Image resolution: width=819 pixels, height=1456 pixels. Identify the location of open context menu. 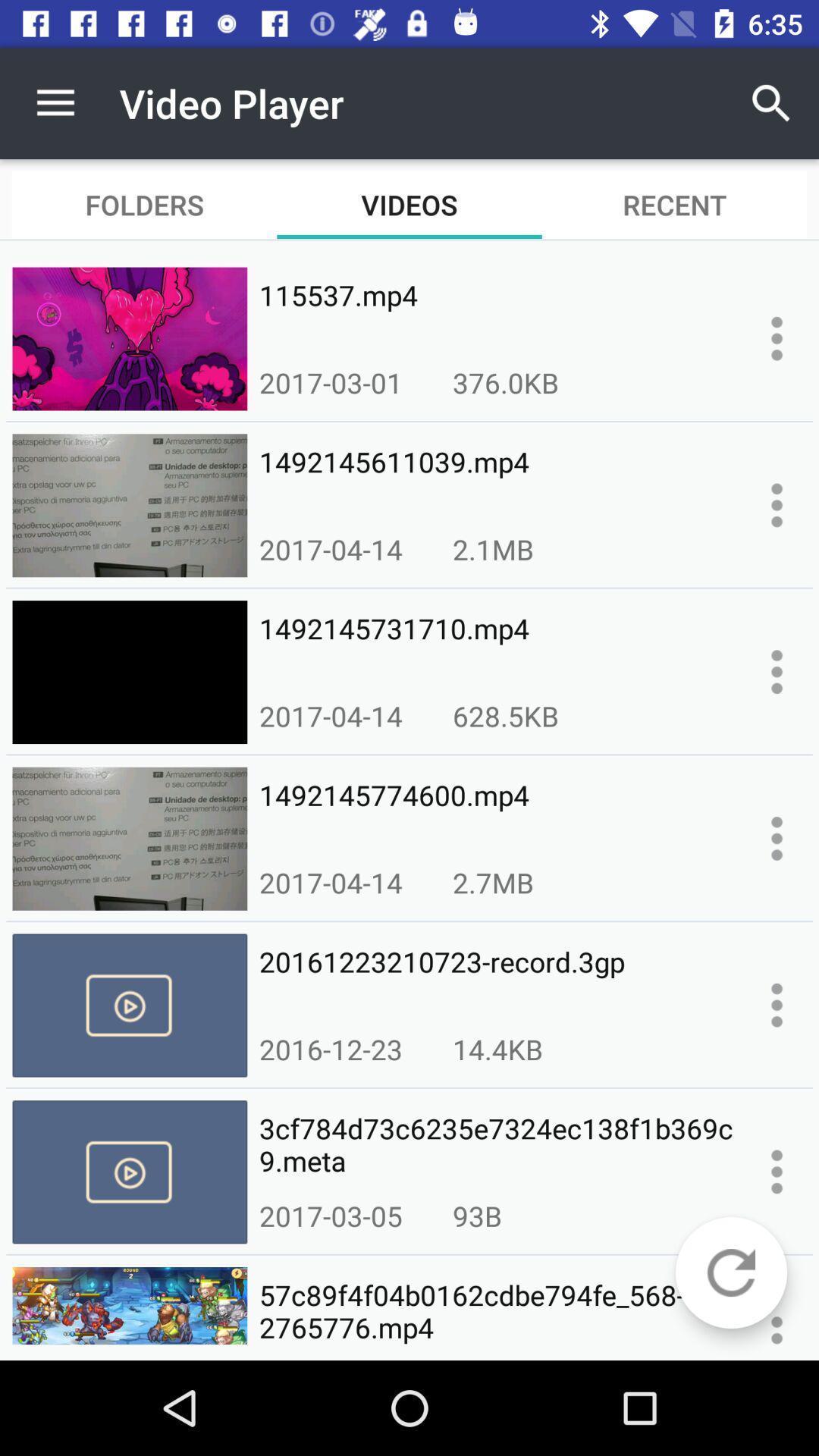
(777, 671).